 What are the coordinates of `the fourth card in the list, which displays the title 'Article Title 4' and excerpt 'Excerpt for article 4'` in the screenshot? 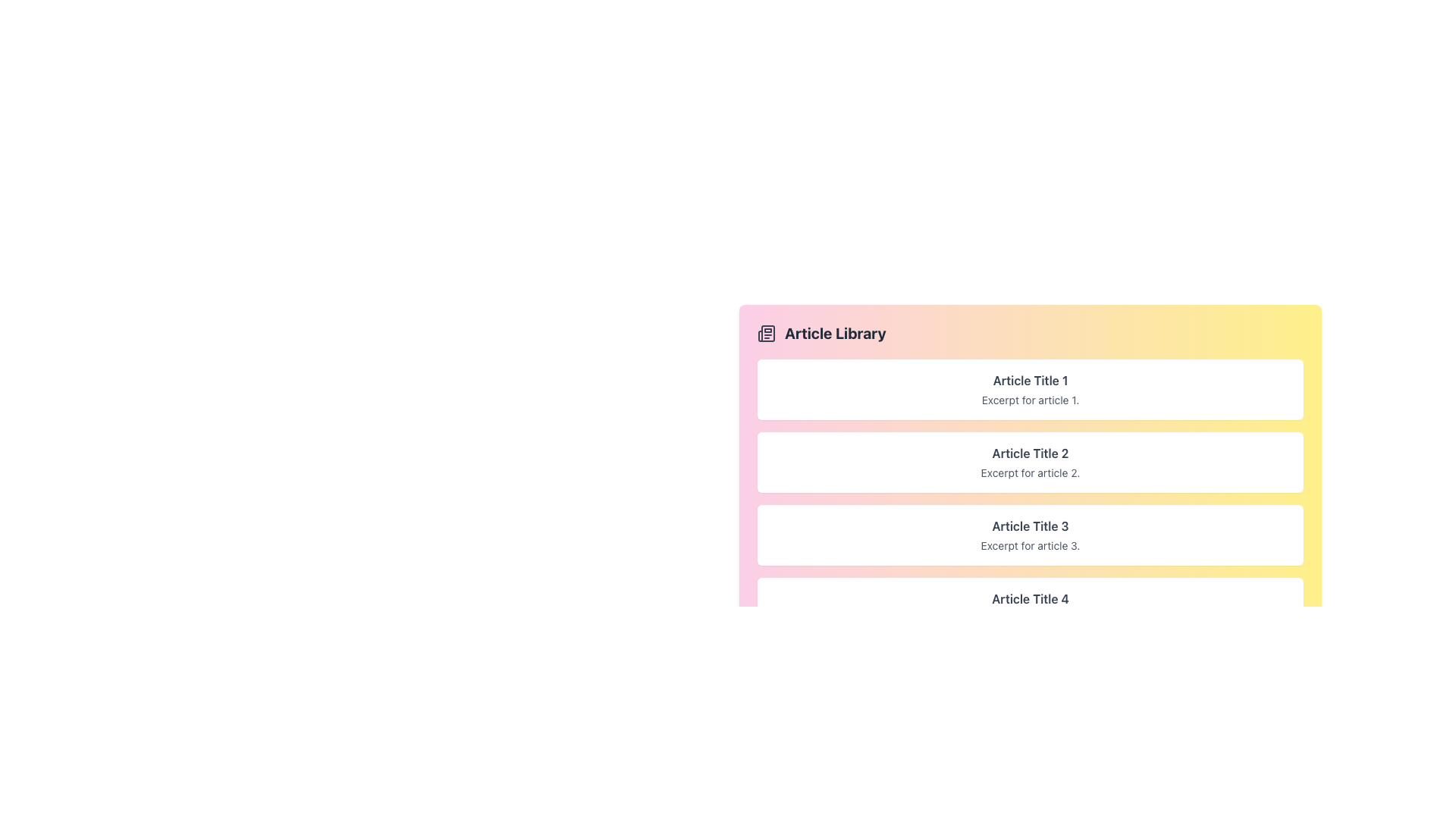 It's located at (1030, 607).